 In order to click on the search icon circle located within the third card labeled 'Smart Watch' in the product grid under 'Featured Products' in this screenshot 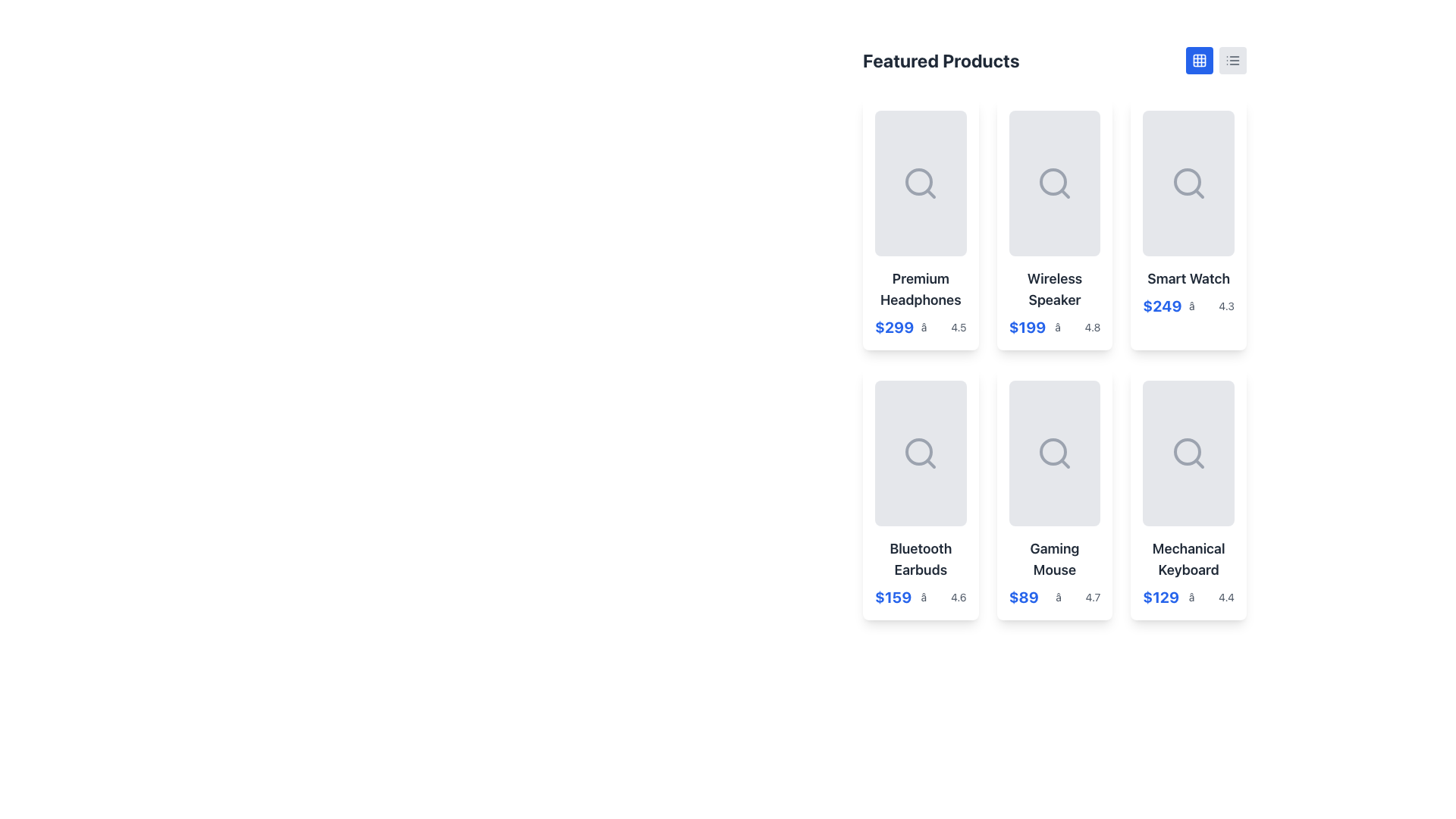, I will do `click(1186, 180)`.